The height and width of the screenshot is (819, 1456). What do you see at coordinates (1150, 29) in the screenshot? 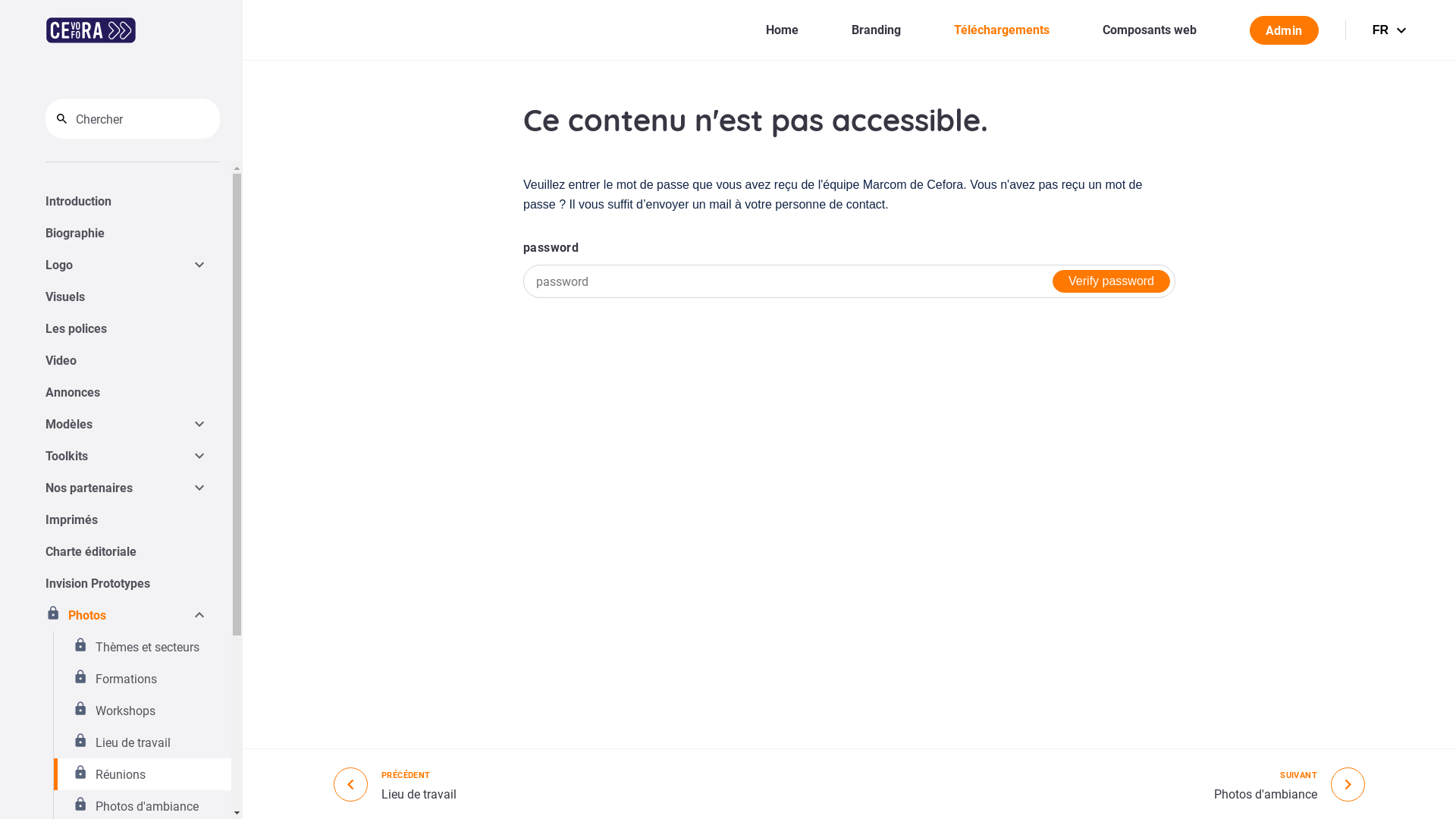
I see `'Composants web'` at bounding box center [1150, 29].